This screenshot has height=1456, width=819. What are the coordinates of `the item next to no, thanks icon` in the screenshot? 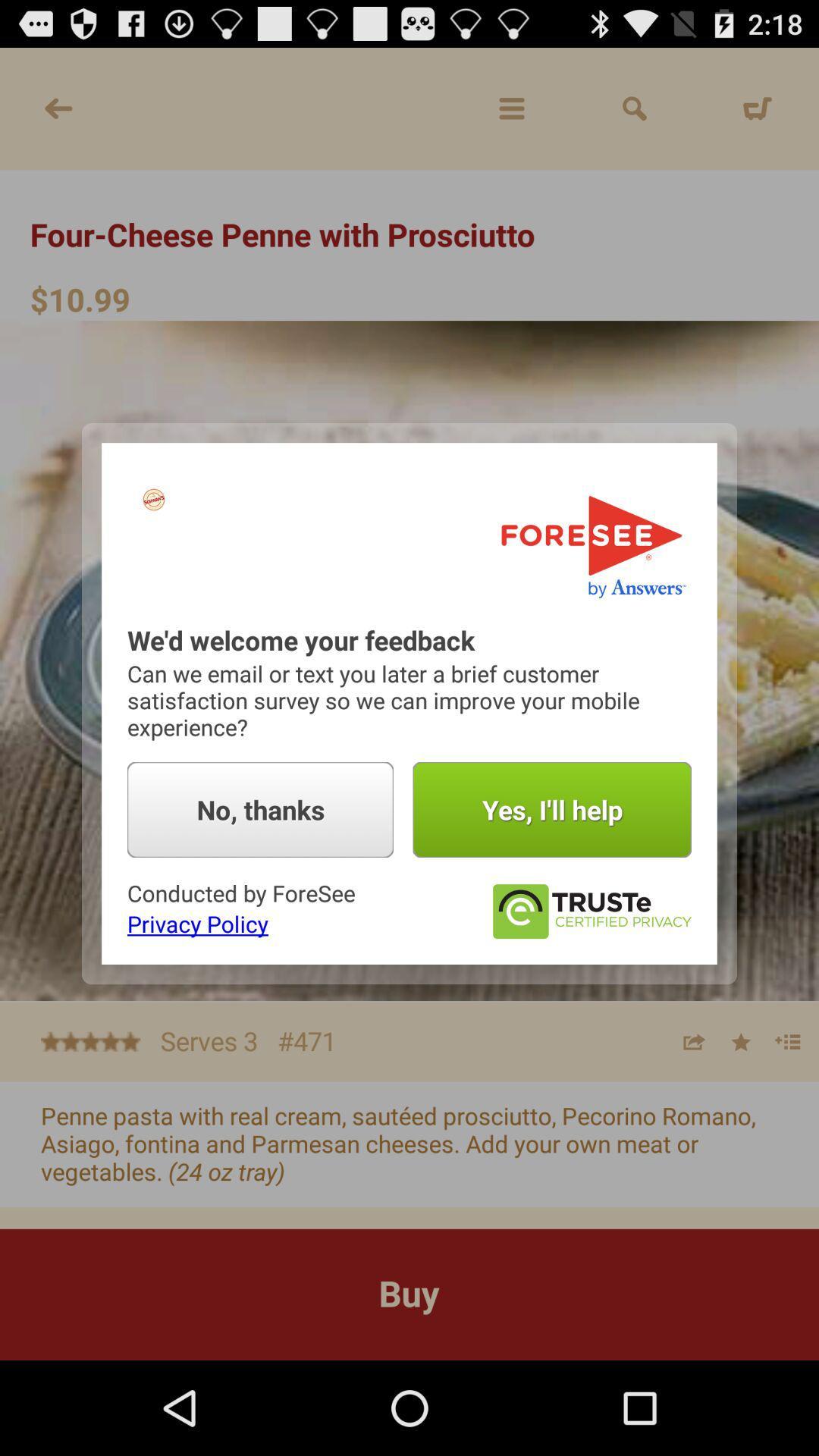 It's located at (552, 809).